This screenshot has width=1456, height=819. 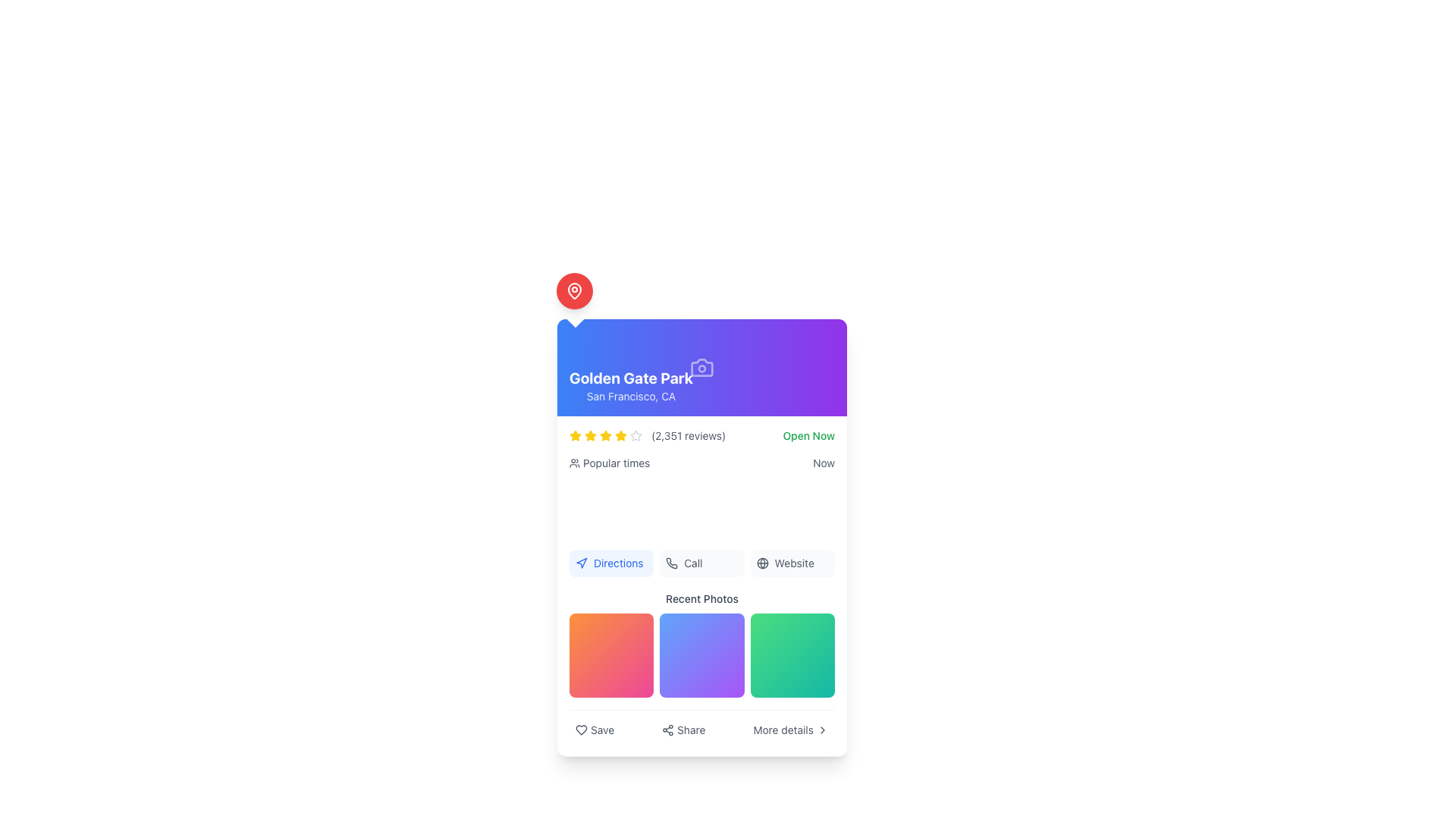 I want to click on the 'people' icon representing 'Popular times', located to the left of the text 'Popular times' in the middle section of the interface, so click(x=574, y=462).